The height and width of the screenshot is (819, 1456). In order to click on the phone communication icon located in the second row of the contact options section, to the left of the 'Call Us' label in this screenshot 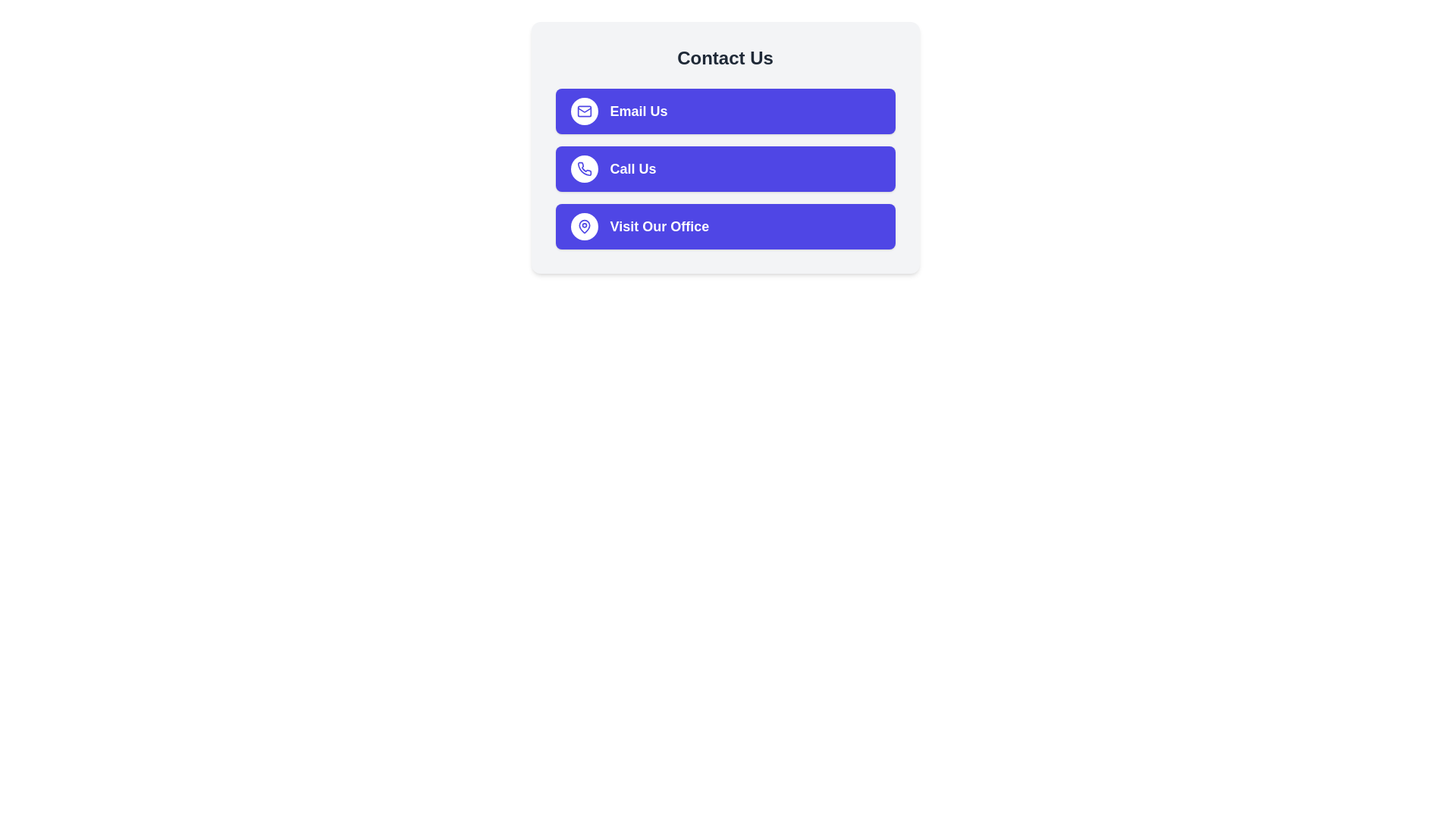, I will do `click(583, 169)`.